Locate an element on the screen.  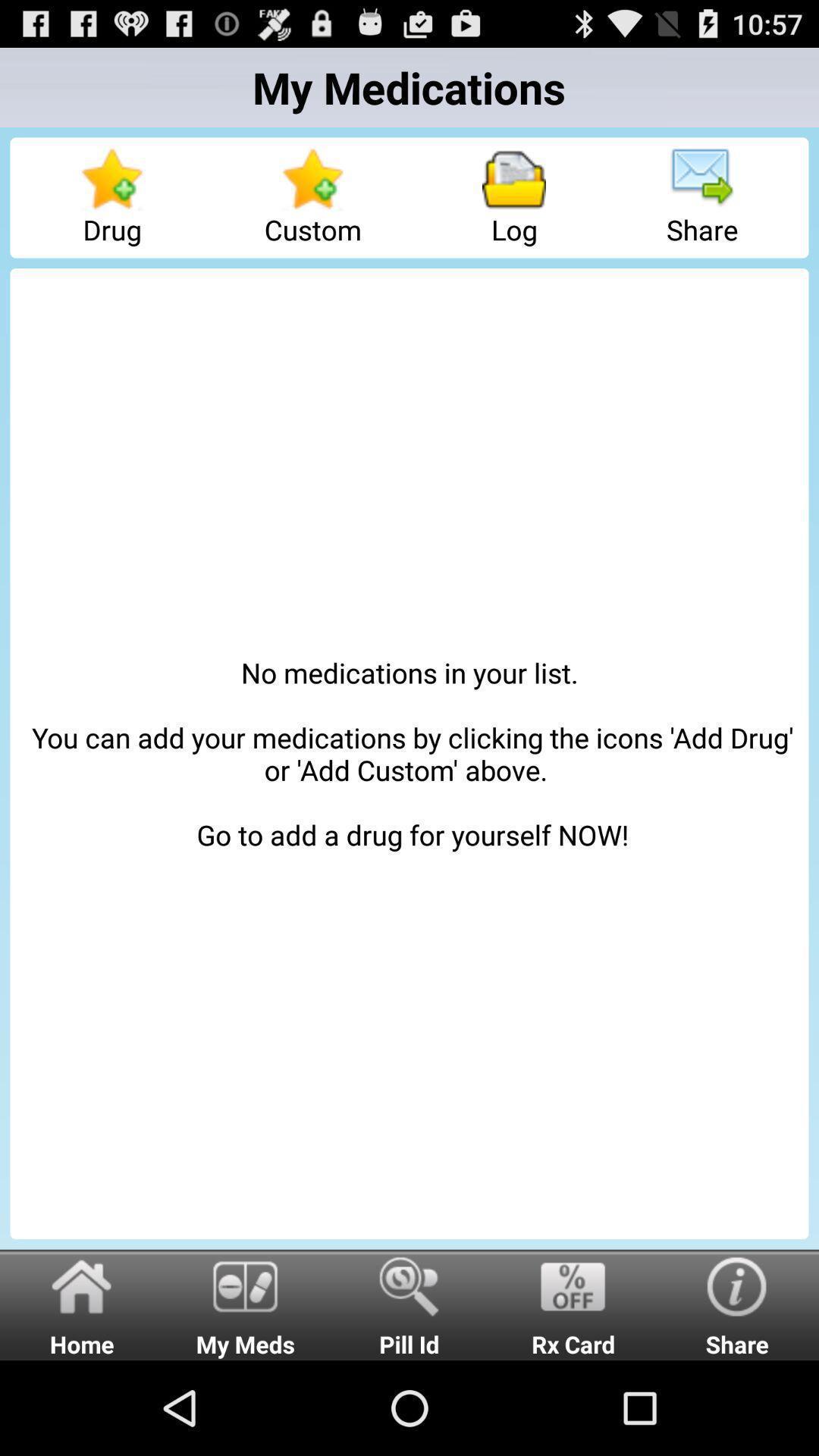
the app below no medications in app is located at coordinates (409, 1304).